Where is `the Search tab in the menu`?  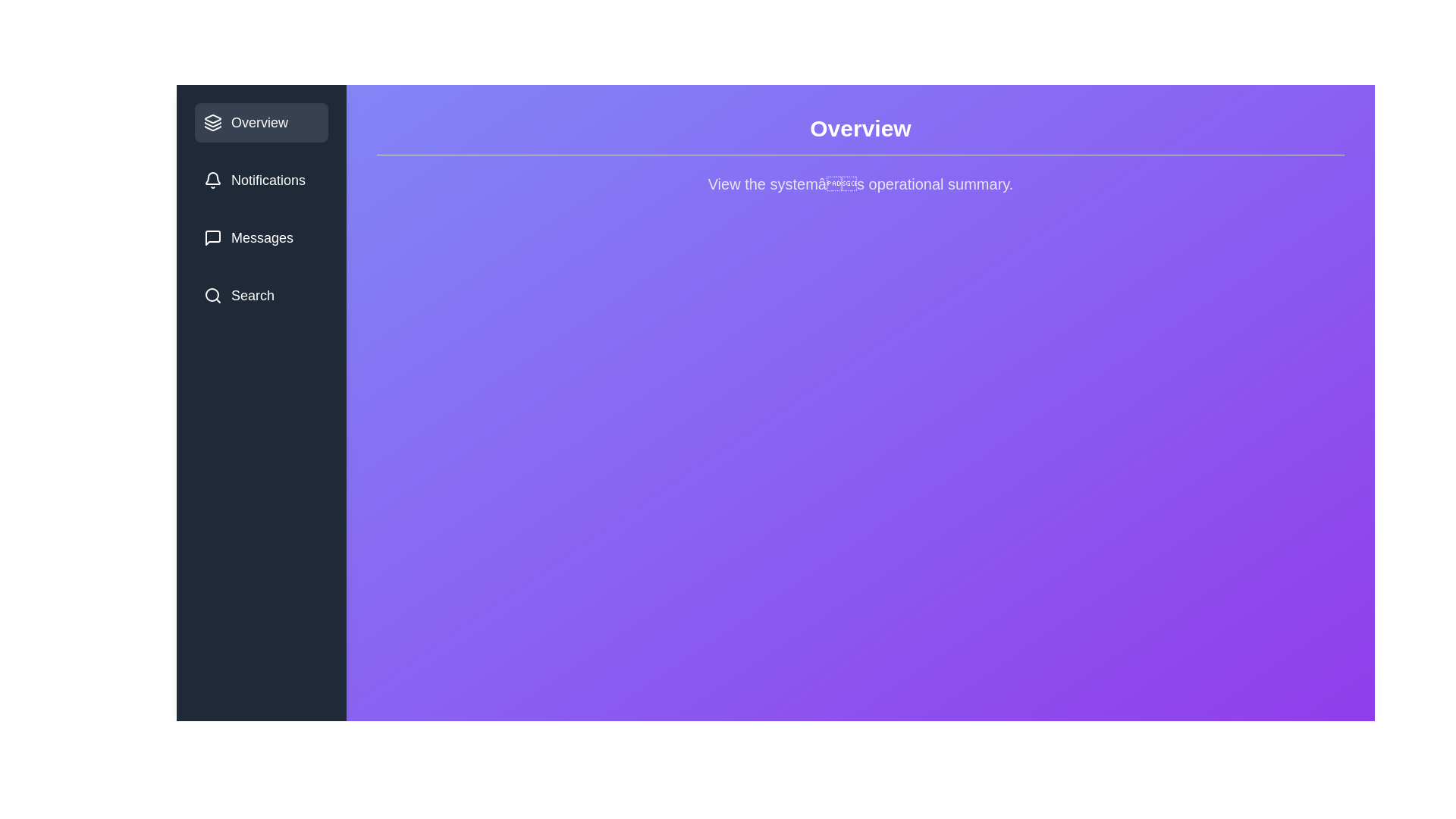
the Search tab in the menu is located at coordinates (262, 295).